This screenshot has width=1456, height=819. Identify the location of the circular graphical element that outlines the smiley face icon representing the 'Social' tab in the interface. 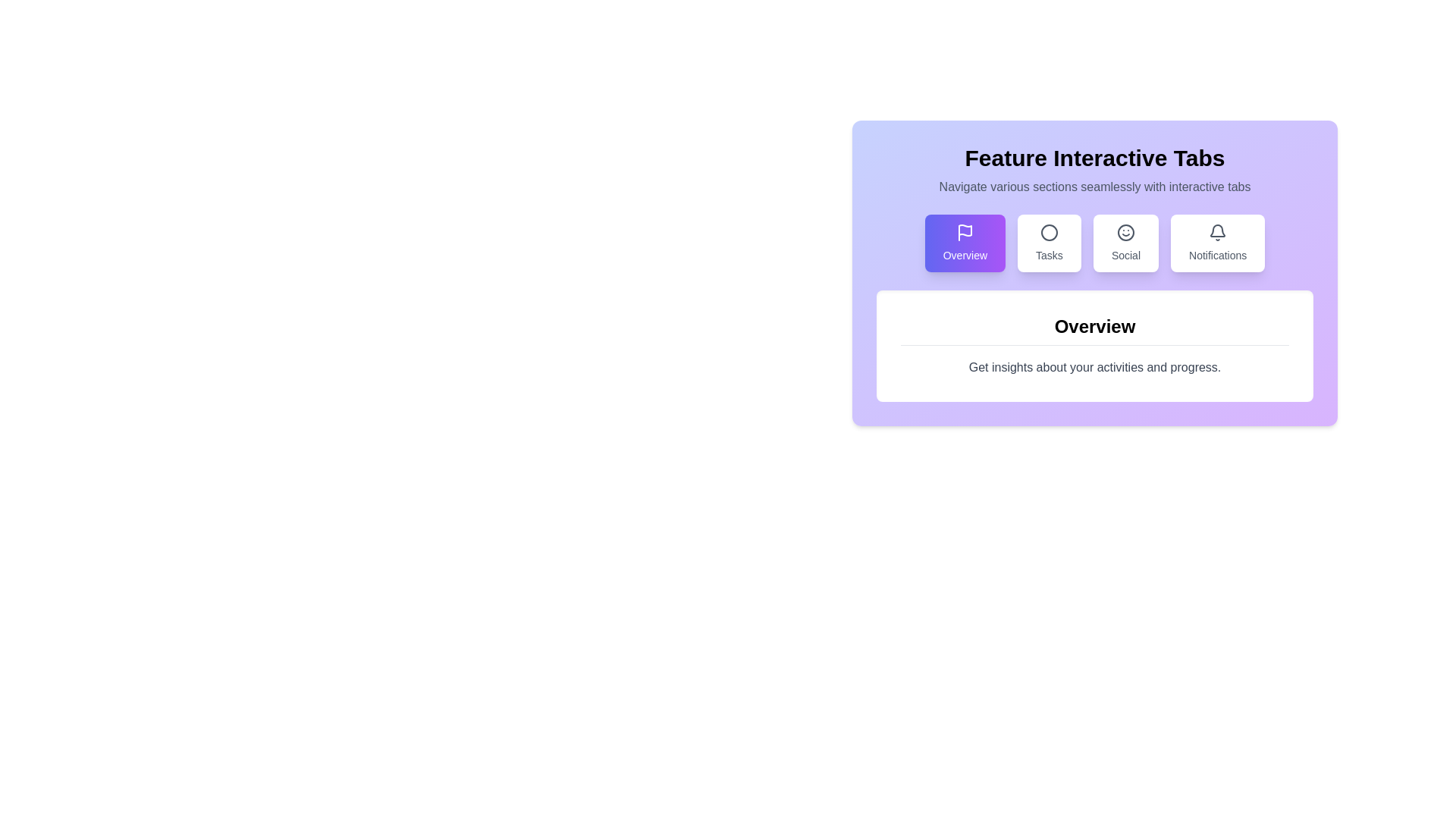
(1125, 233).